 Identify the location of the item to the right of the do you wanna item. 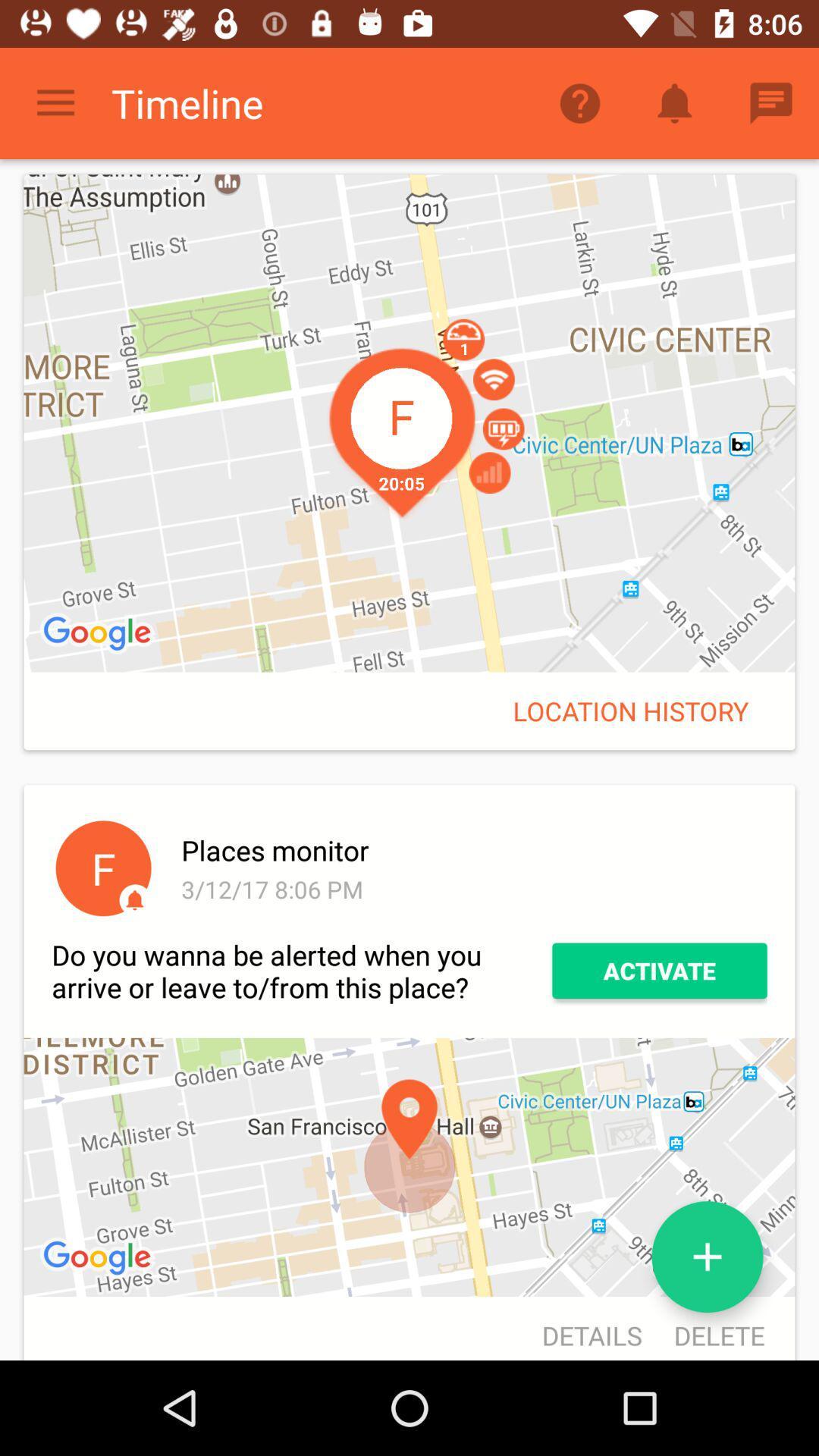
(659, 971).